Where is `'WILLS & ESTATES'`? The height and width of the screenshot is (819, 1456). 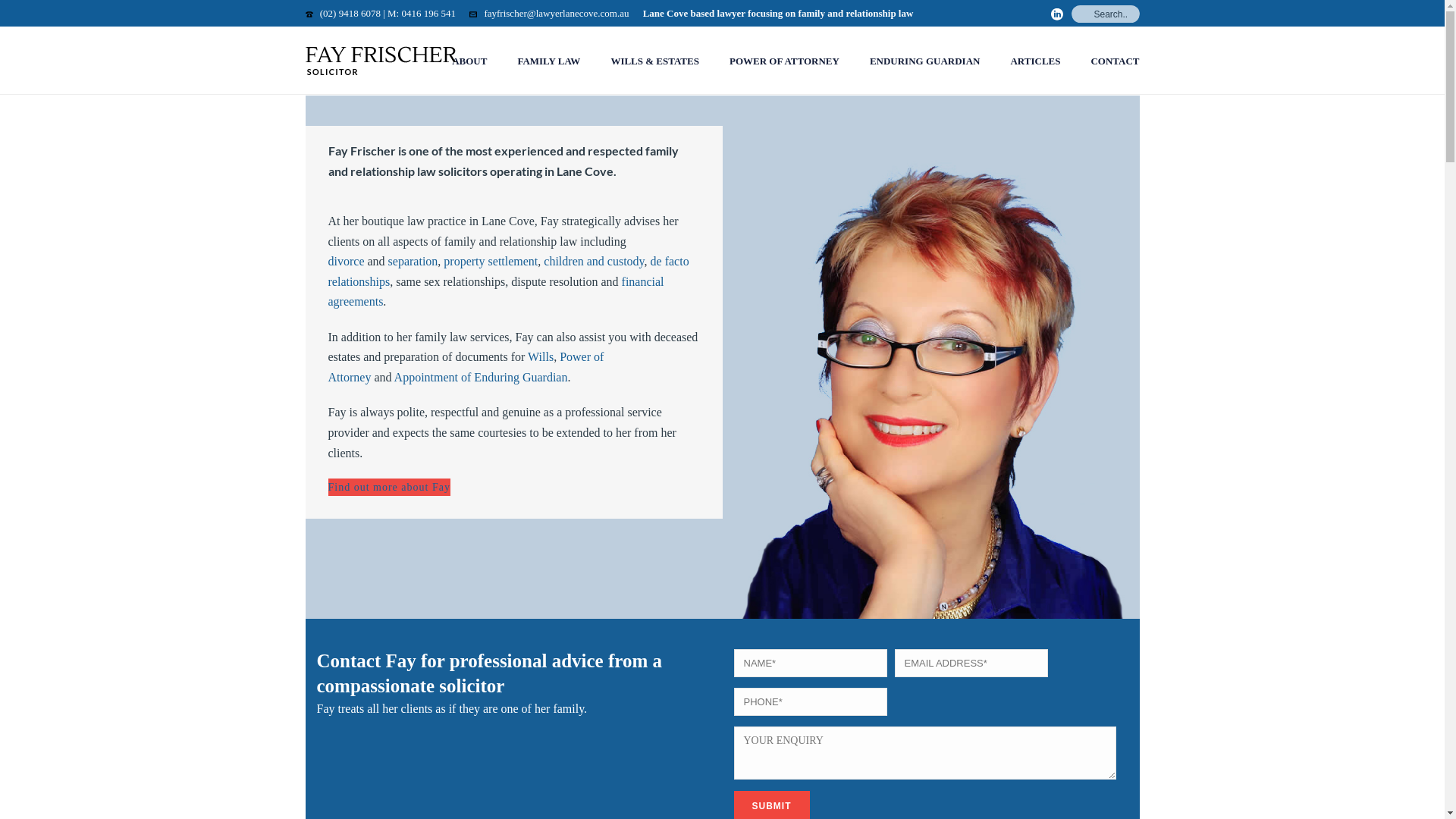
'WILLS & ESTATES' is located at coordinates (595, 61).